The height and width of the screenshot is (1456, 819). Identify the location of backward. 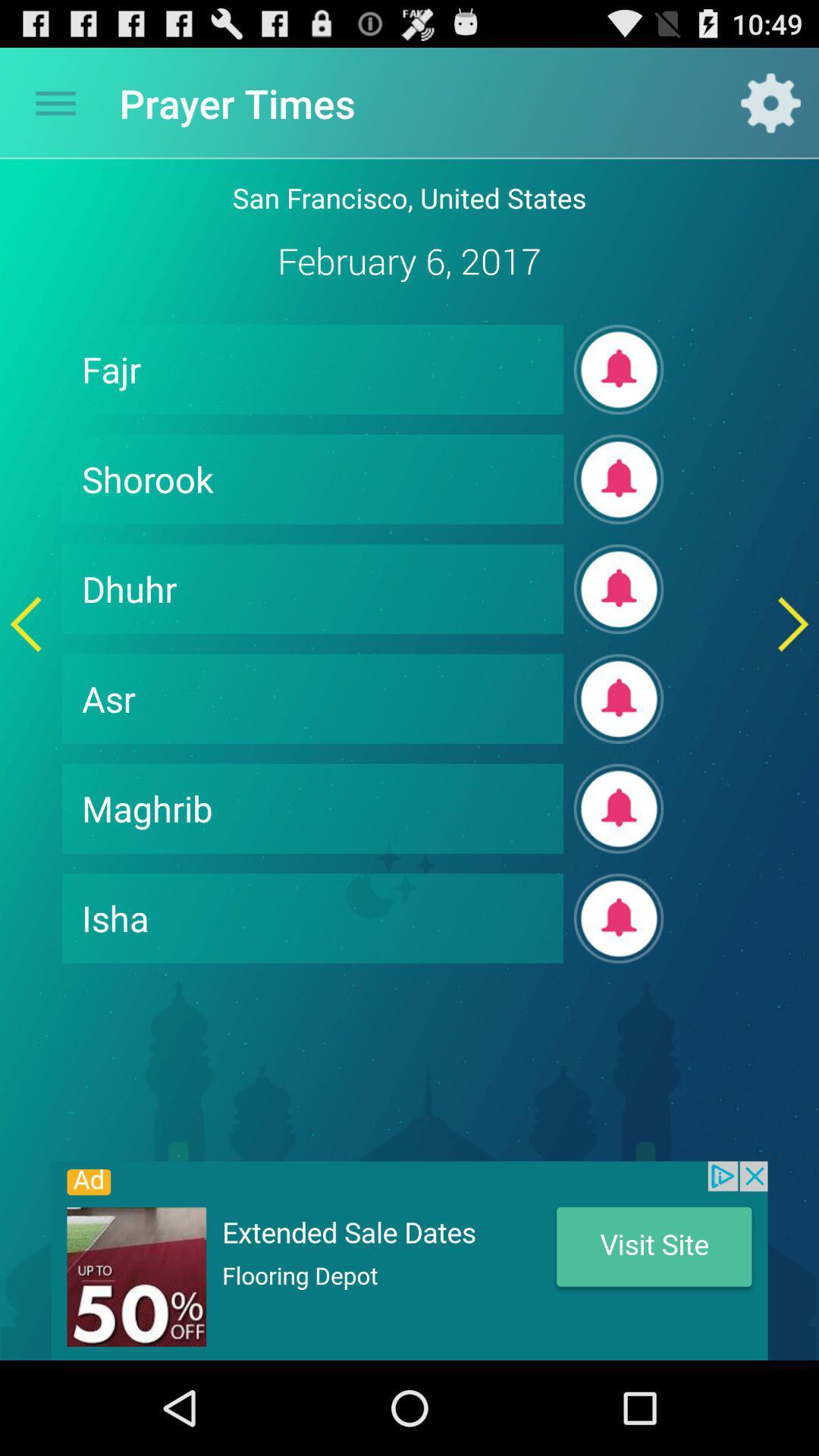
(26, 624).